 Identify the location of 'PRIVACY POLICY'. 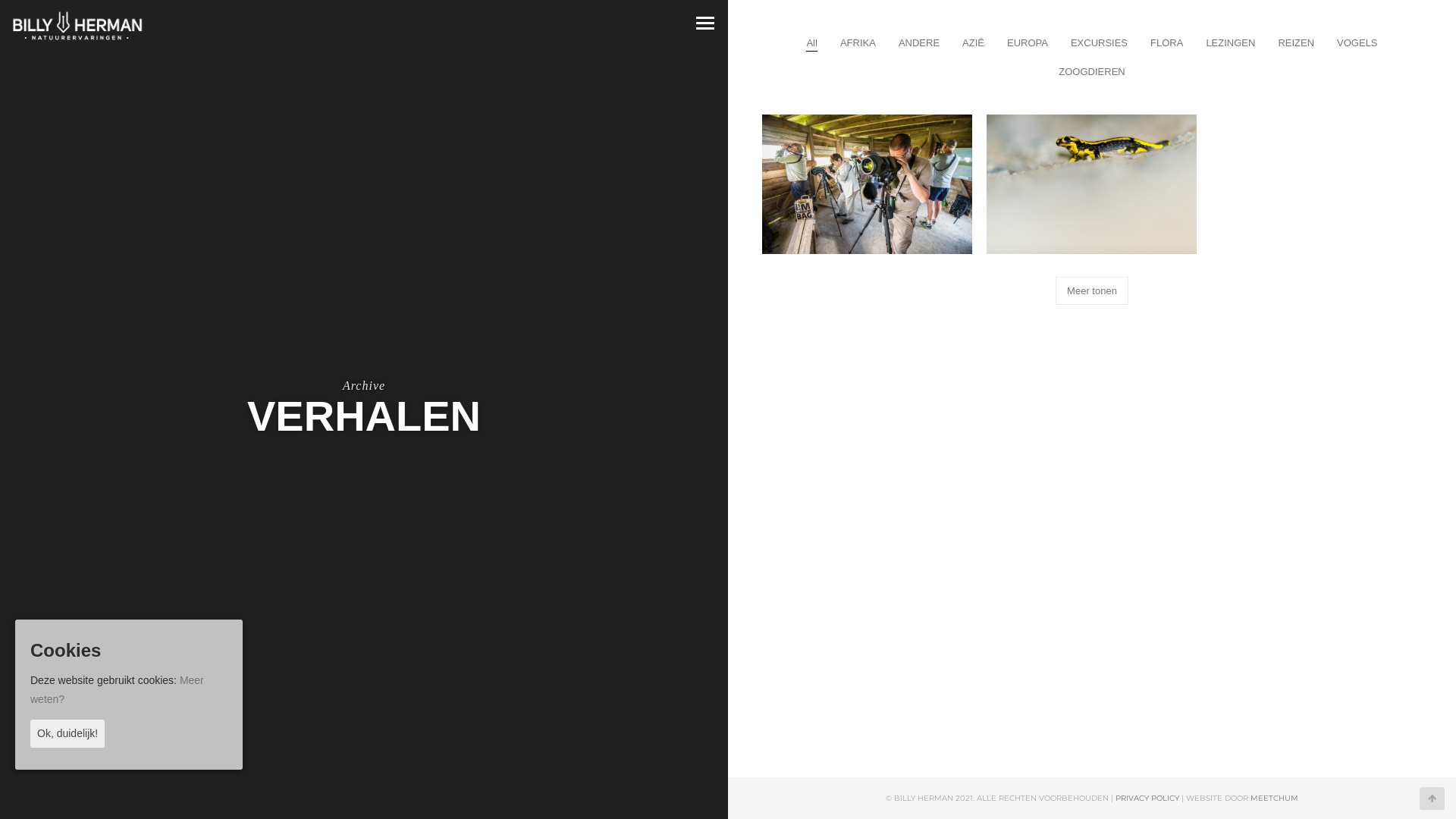
(1147, 797).